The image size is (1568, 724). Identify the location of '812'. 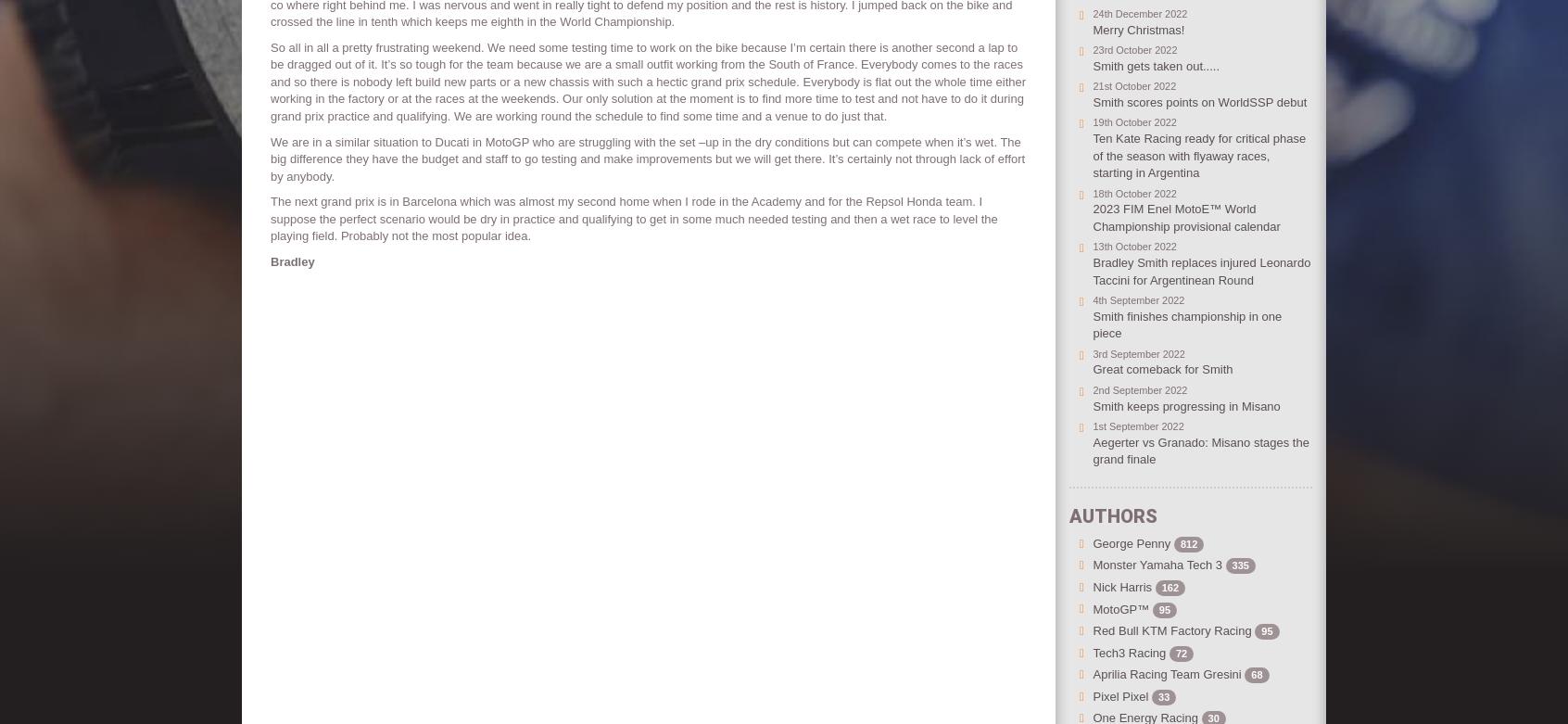
(1187, 542).